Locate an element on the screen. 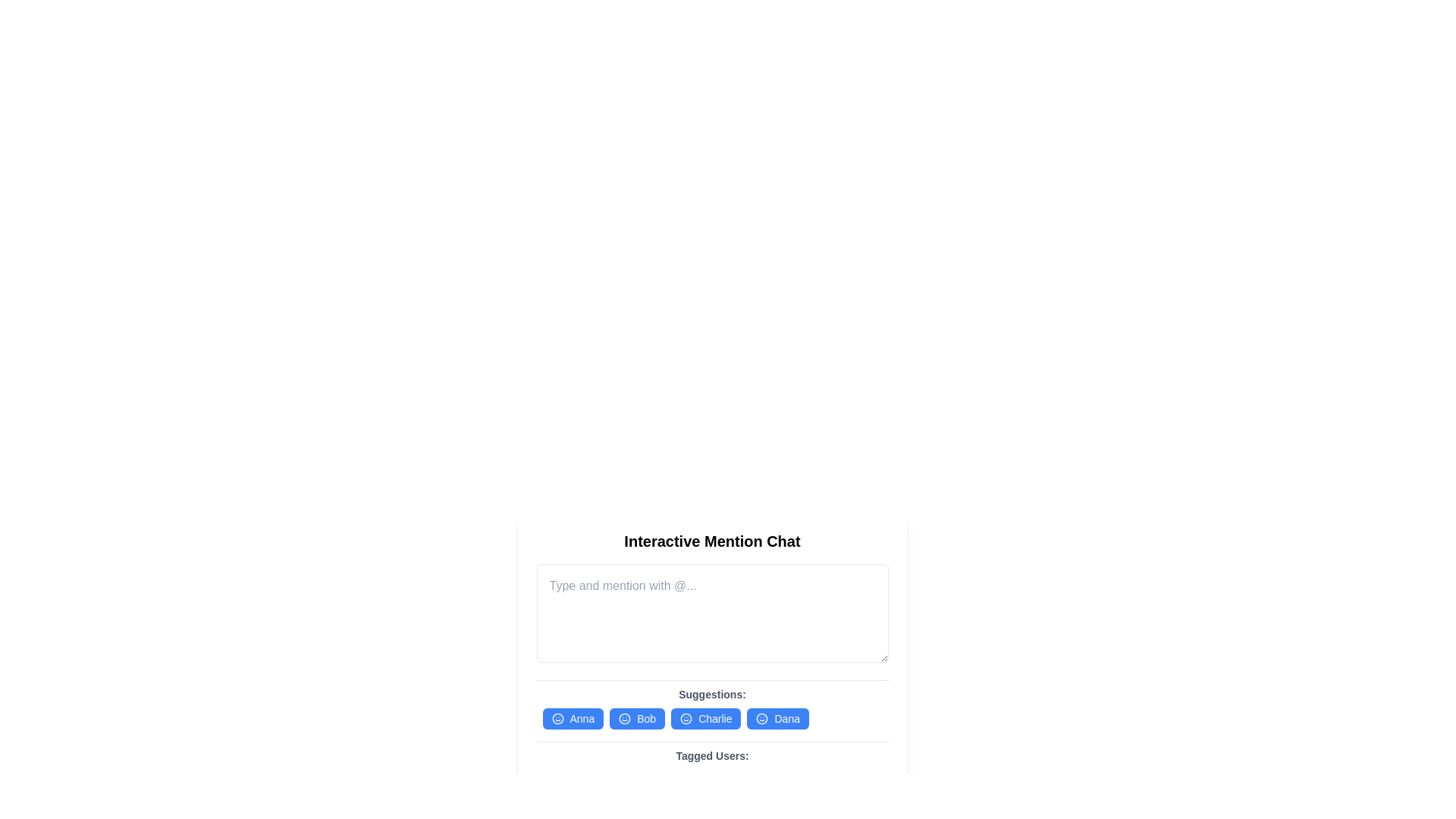 This screenshot has height=819, width=1456. the blue button labeled 'Anna' with a smiley face icon on its left side, located under the 'Suggestions' text input box is located at coordinates (572, 718).